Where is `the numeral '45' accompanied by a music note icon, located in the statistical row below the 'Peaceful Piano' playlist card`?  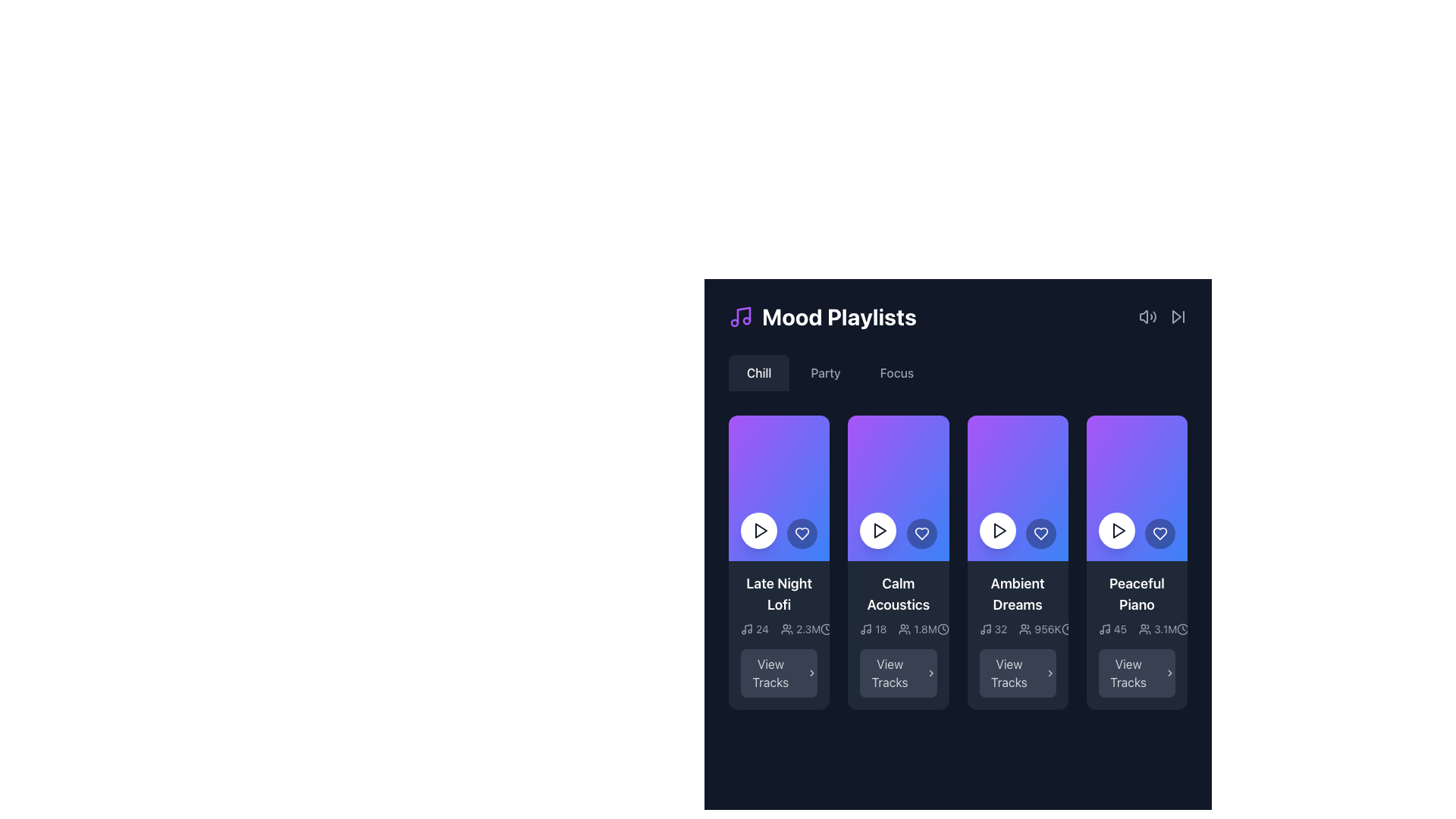
the numeral '45' accompanied by a music note icon, located in the statistical row below the 'Peaceful Piano' playlist card is located at coordinates (1112, 629).